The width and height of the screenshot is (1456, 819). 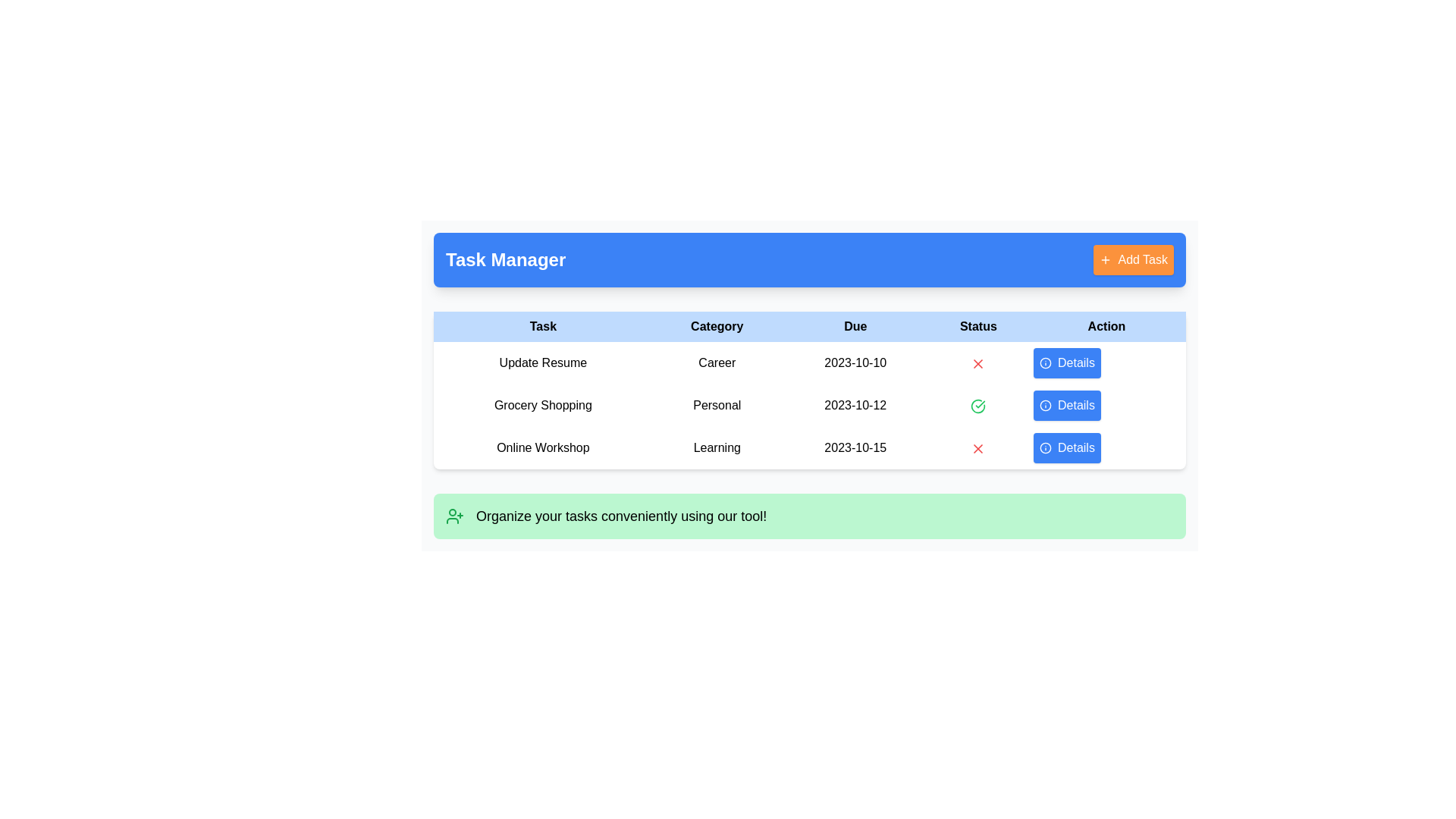 What do you see at coordinates (1044, 362) in the screenshot?
I see `the SVG circle graphic element located at the top-right section of the interface, adjacent to the task adding control` at bounding box center [1044, 362].